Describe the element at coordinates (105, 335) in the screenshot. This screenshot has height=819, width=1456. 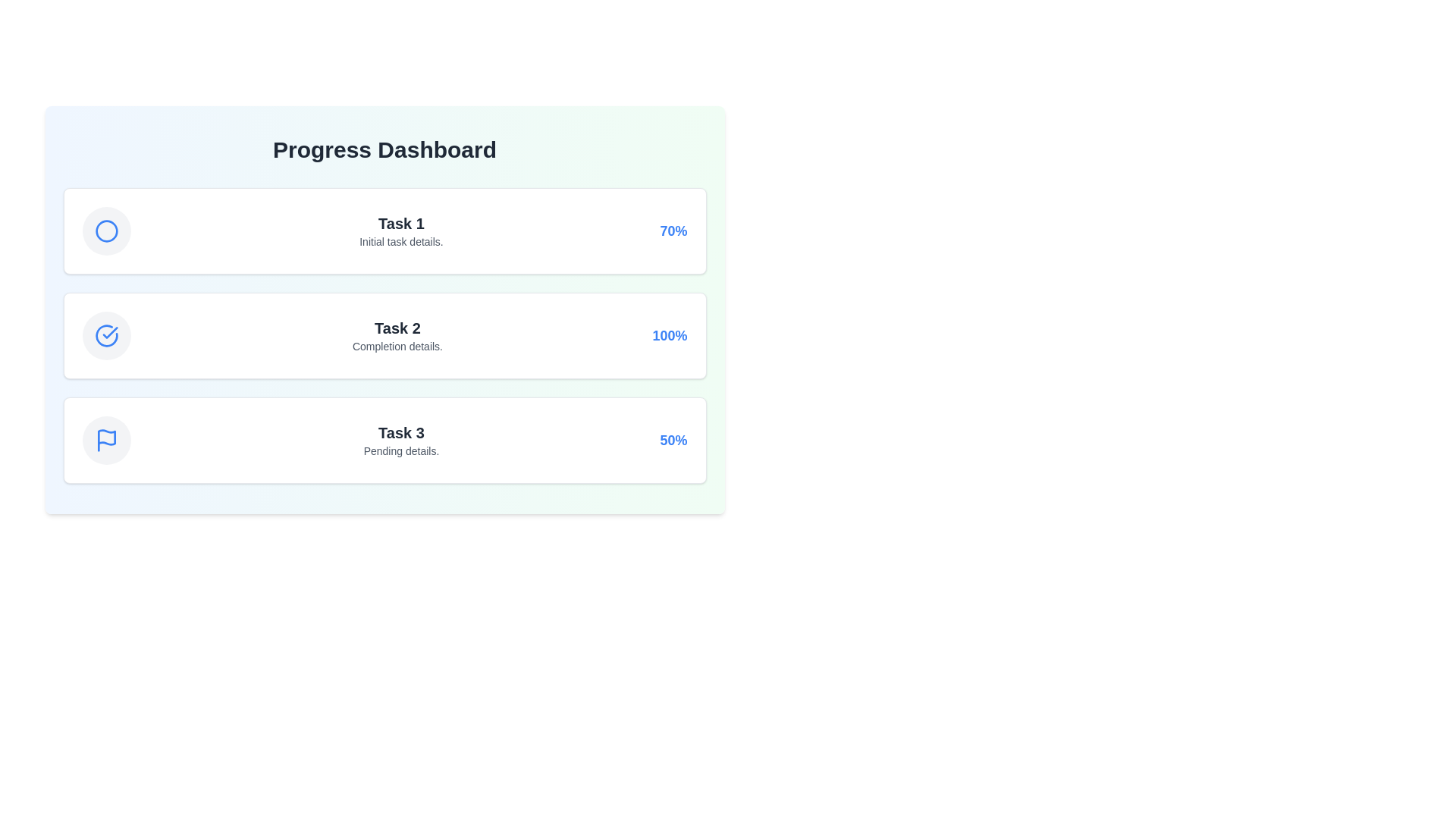
I see `the circular checkmark icon styled in blue, which is the second icon in the vertical list associated with 'Task 2' labeled 'Completion details.'` at that location.